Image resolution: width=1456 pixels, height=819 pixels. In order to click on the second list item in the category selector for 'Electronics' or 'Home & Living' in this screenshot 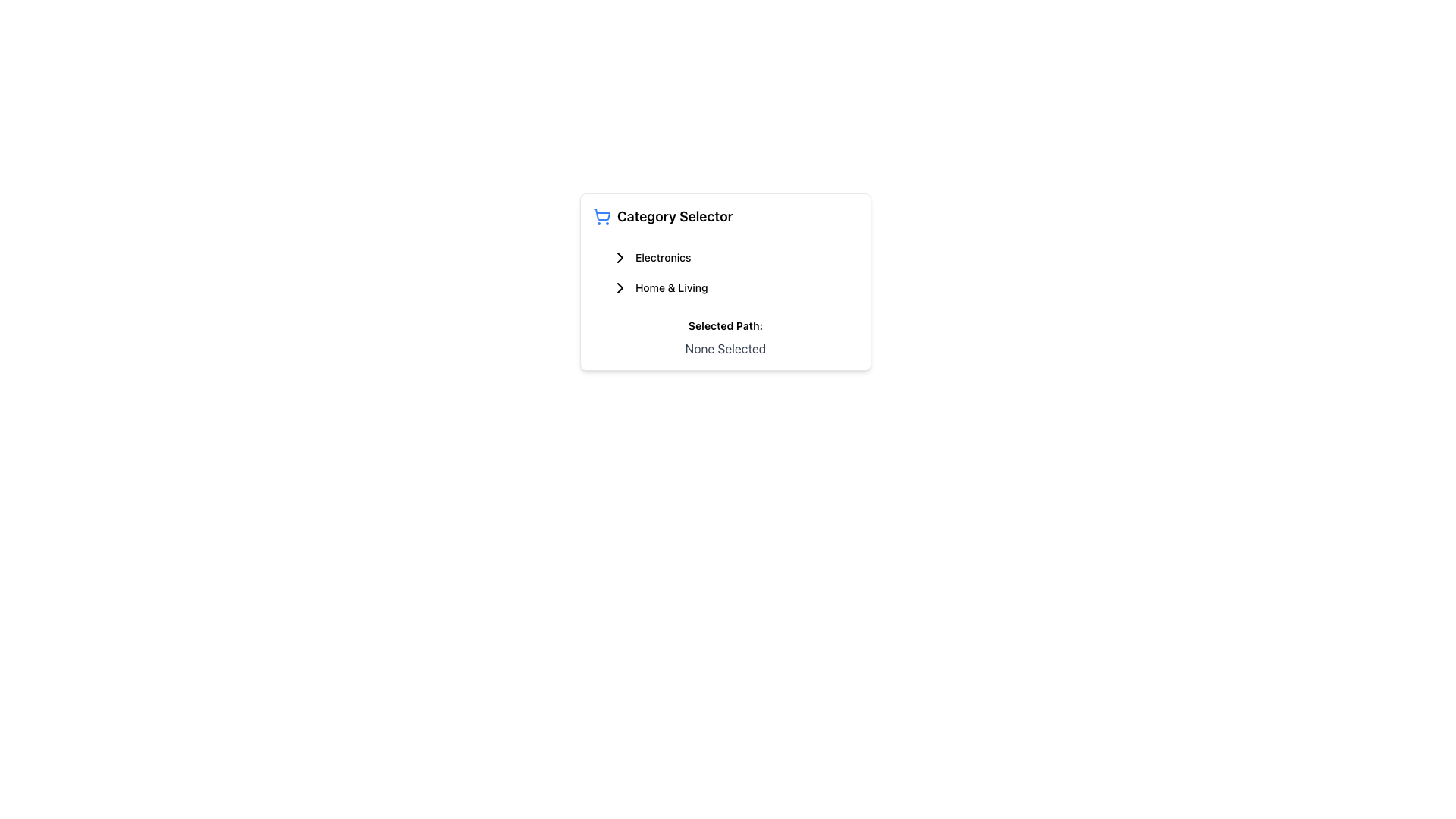, I will do `click(724, 271)`.